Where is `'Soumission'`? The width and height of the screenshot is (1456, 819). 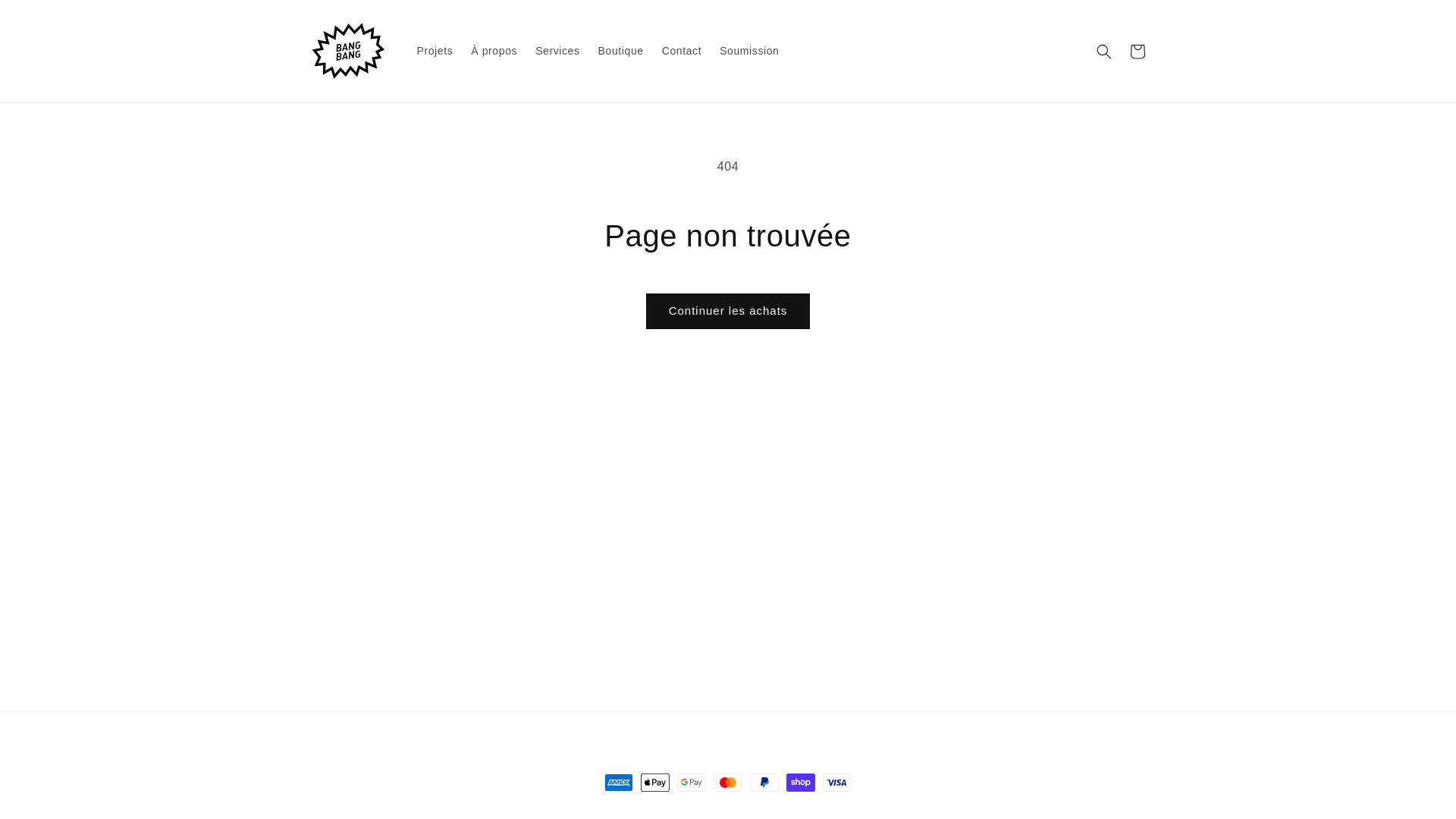 'Soumission' is located at coordinates (709, 49).